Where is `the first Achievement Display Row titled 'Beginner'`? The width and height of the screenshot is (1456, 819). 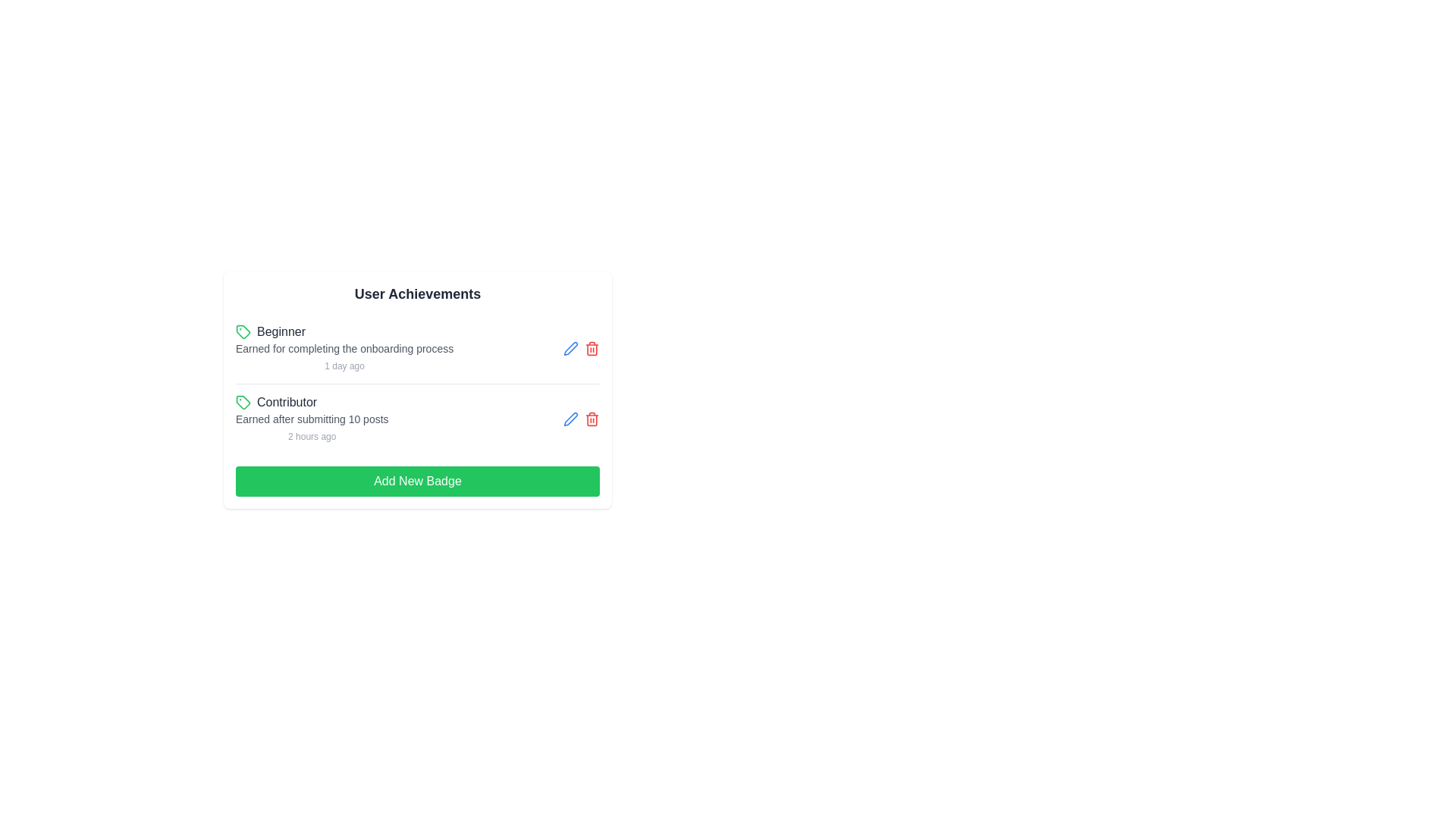
the first Achievement Display Row titled 'Beginner' is located at coordinates (418, 348).